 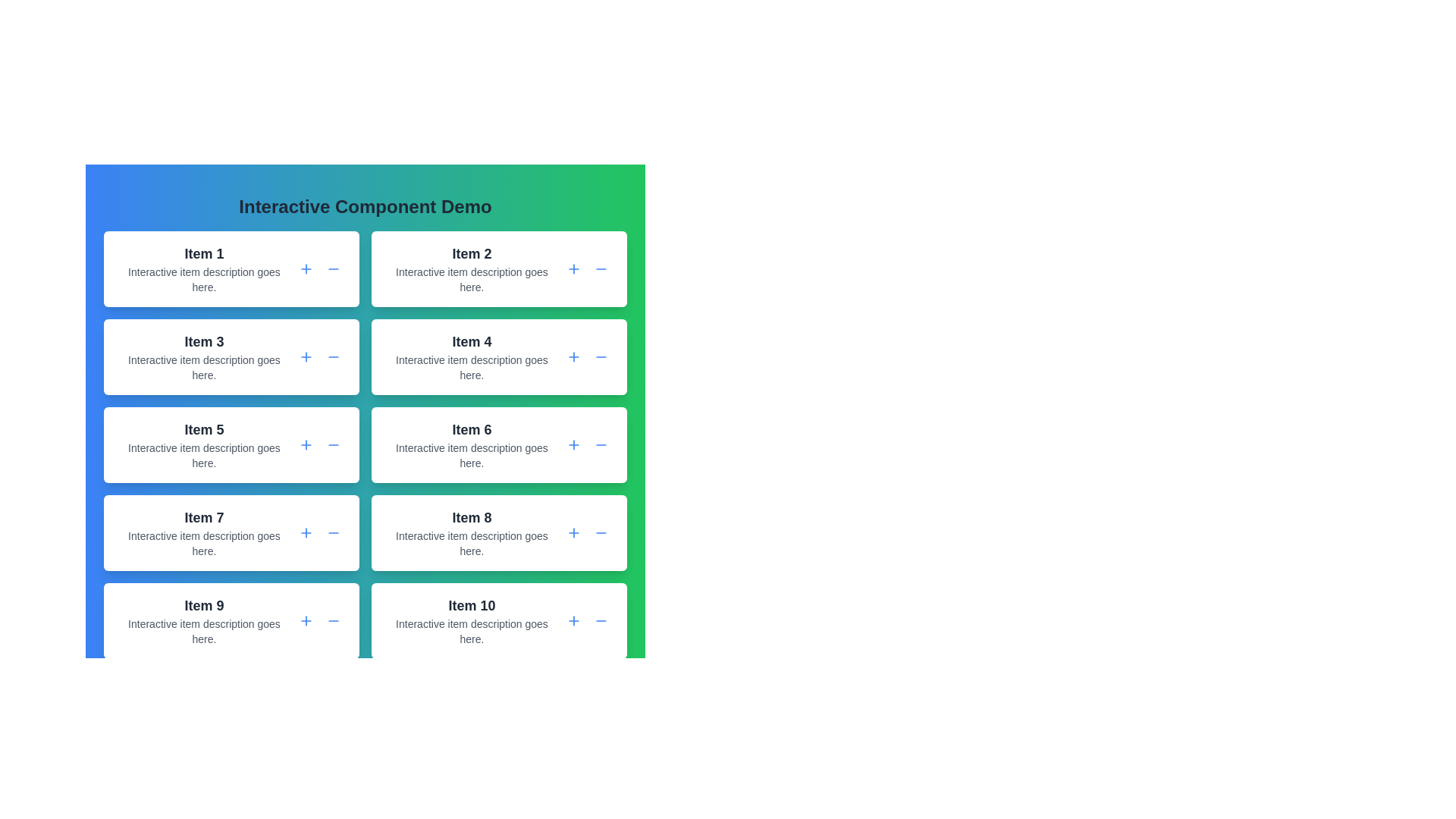 I want to click on the 'add' icon button located in the upper-right corner of the 'Item 4' card, so click(x=573, y=356).